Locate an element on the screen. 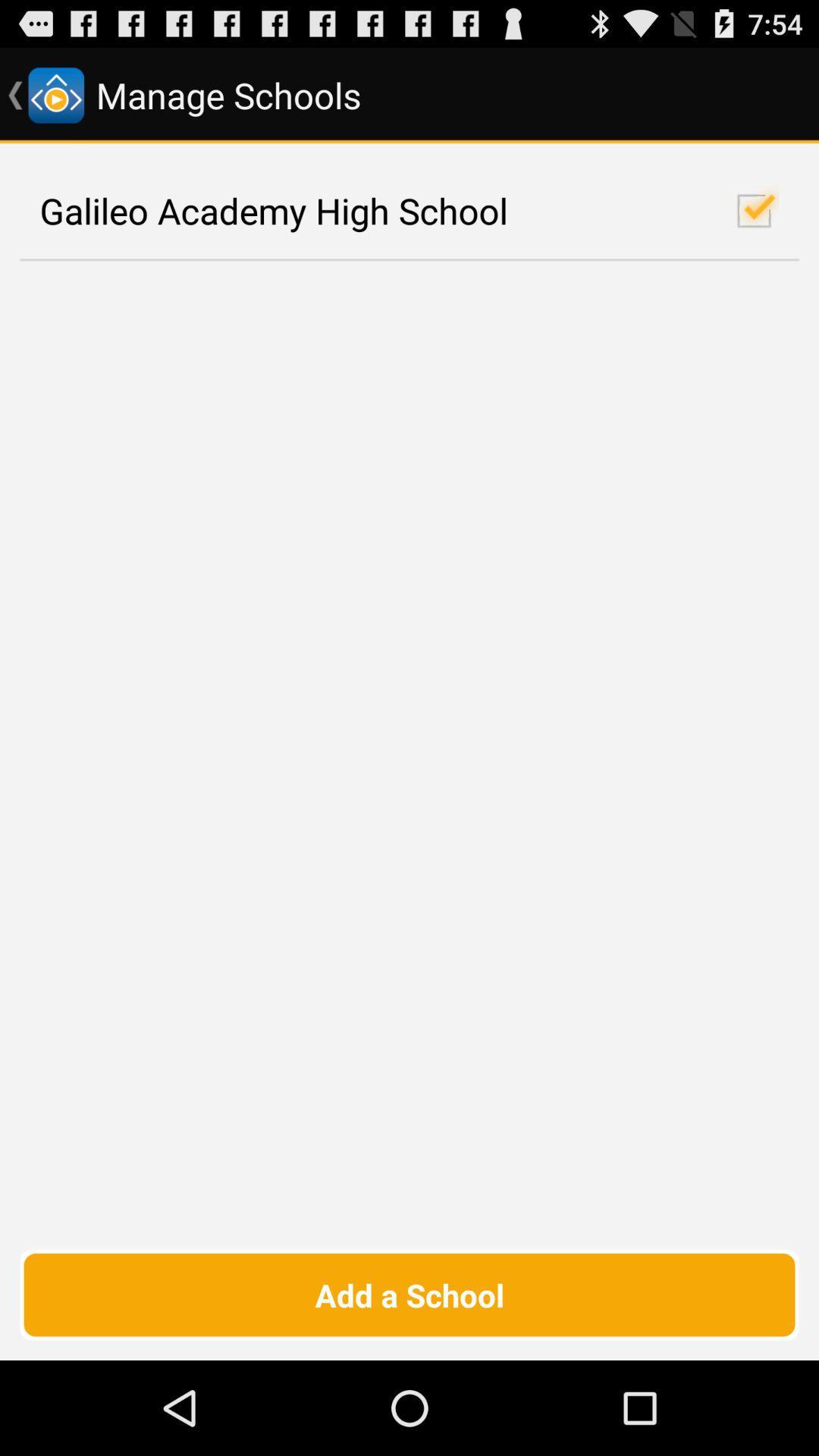 This screenshot has width=819, height=1456. the icon at the bottom is located at coordinates (409, 1294).